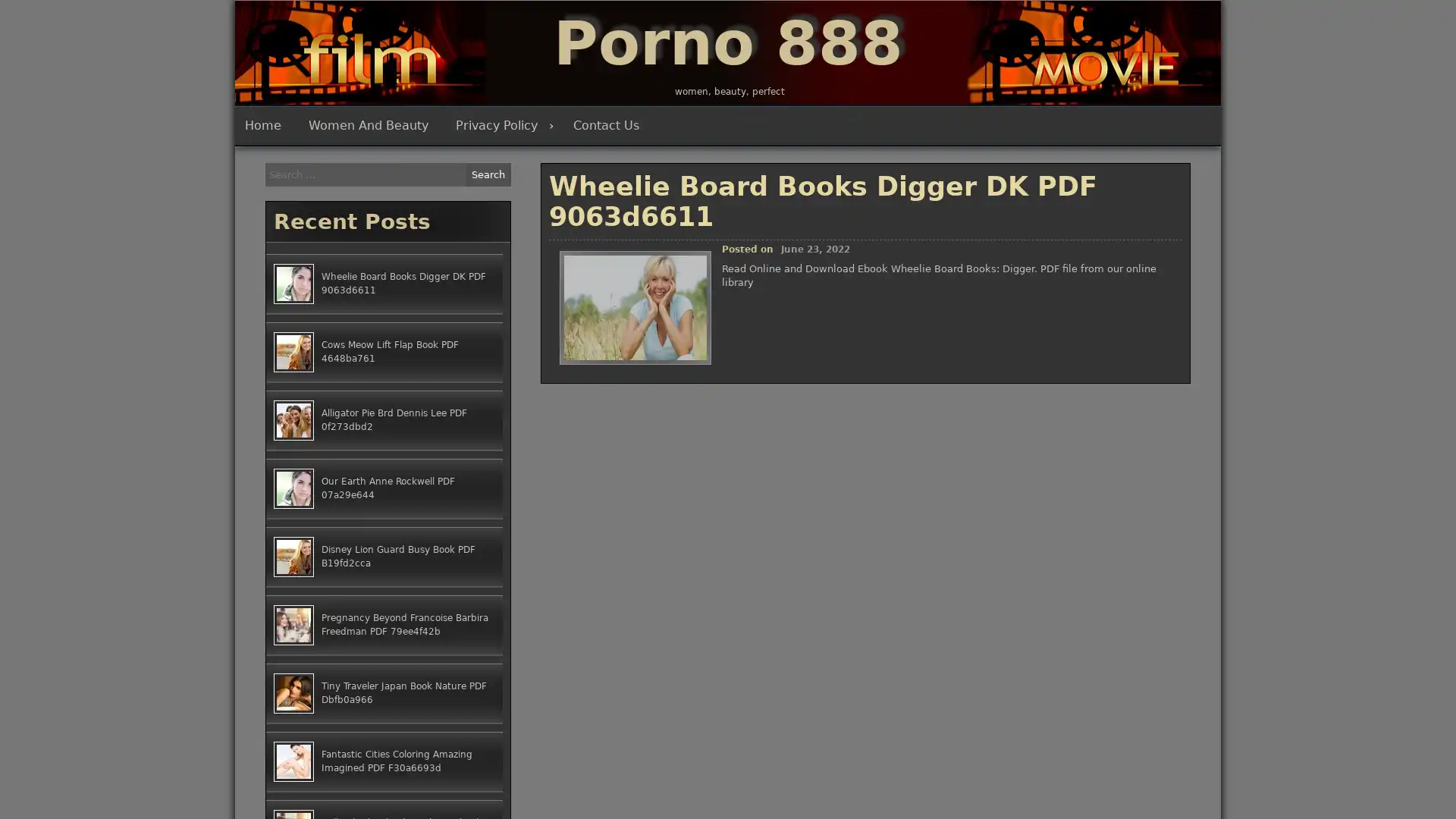 The height and width of the screenshot is (819, 1456). Describe the element at coordinates (488, 174) in the screenshot. I see `Search` at that location.